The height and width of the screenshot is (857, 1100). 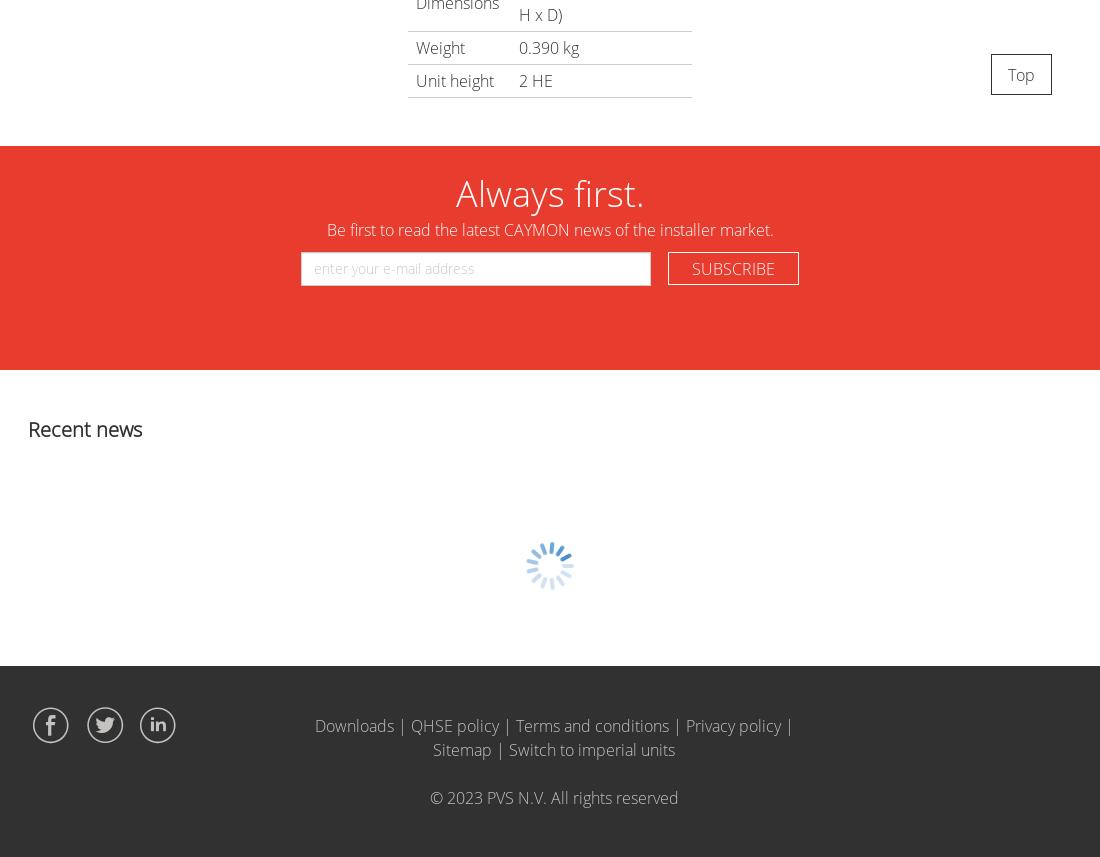 What do you see at coordinates (428, 797) in the screenshot?
I see `'© 2023 PVS N.V. All rights reserved'` at bounding box center [428, 797].